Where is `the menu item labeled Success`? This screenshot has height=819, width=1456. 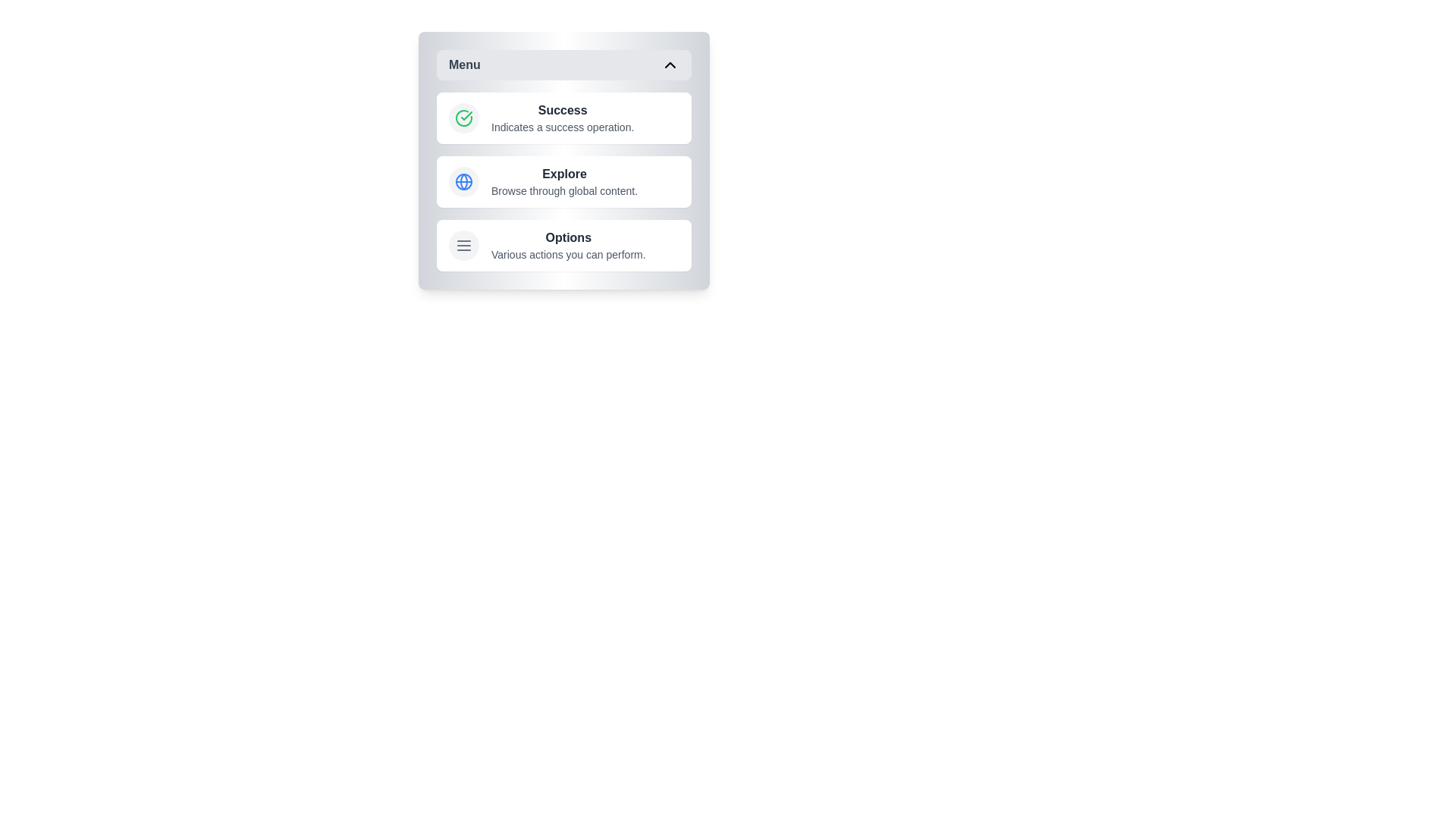
the menu item labeled Success is located at coordinates (563, 117).